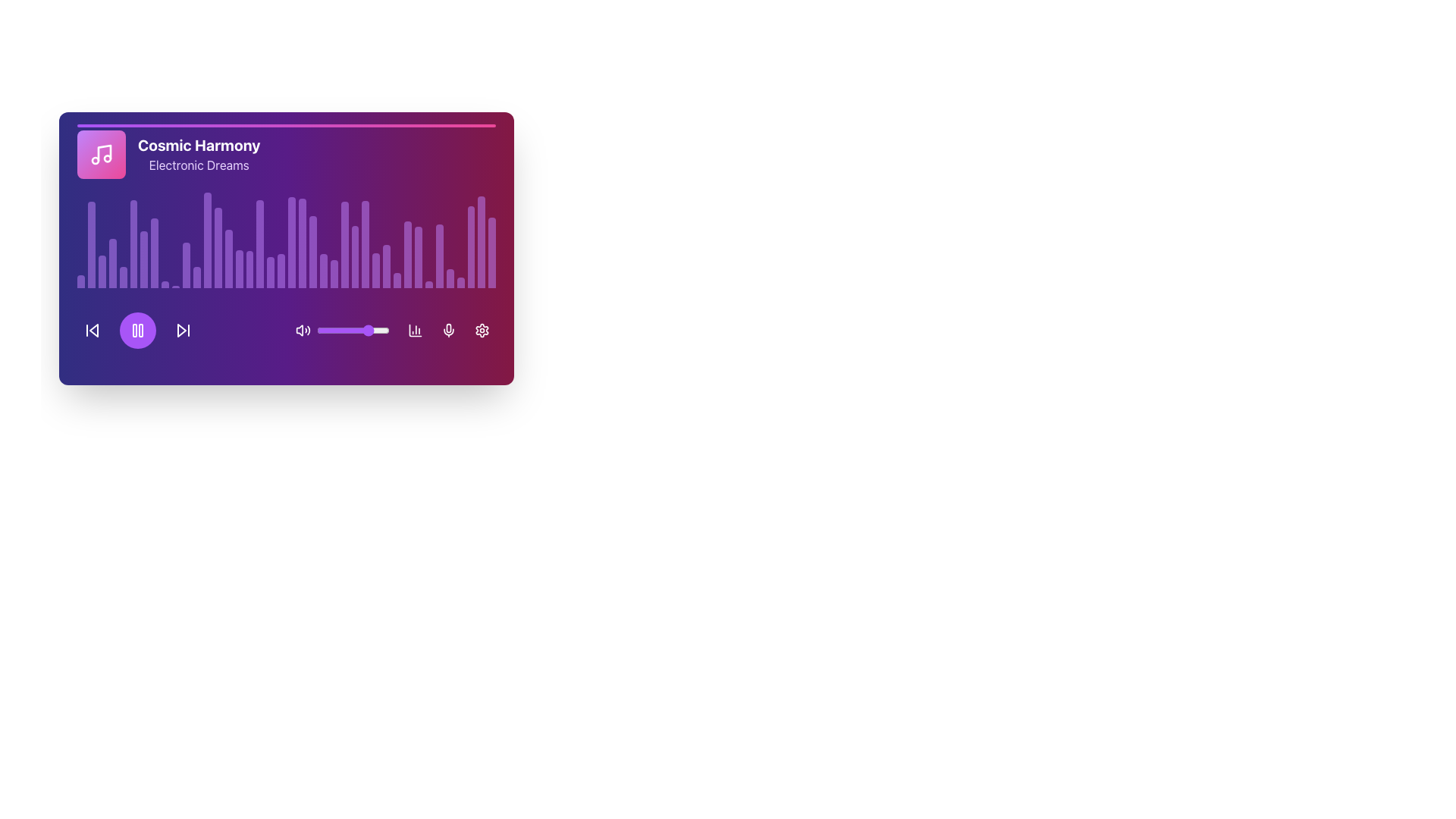 This screenshot has width=1456, height=819. Describe the element at coordinates (138, 329) in the screenshot. I see `the circular button with a purple background and white pause bars icon` at that location.